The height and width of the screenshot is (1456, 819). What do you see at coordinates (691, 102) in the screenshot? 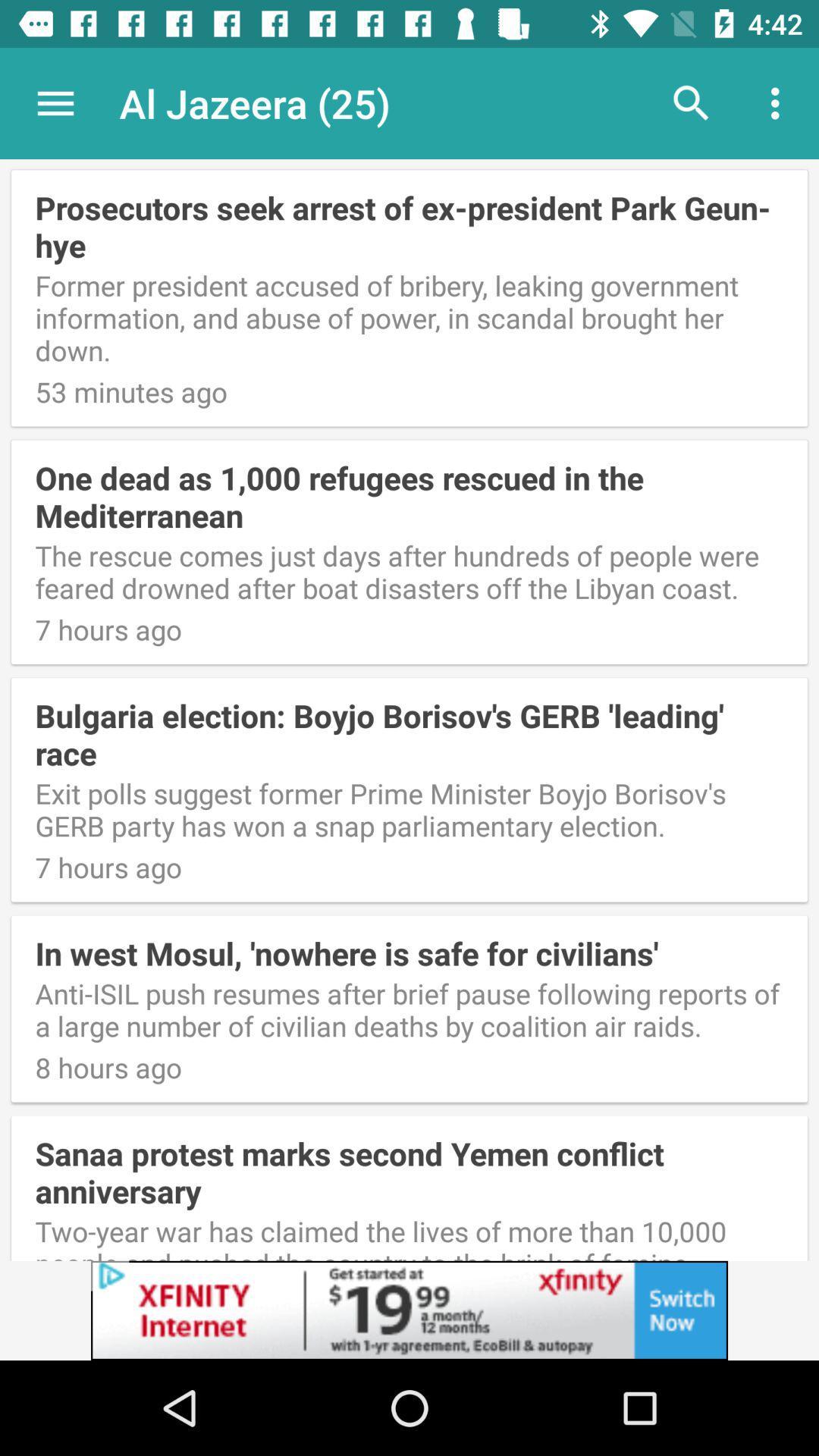
I see `the item to the right of al jazeera (25)` at bounding box center [691, 102].